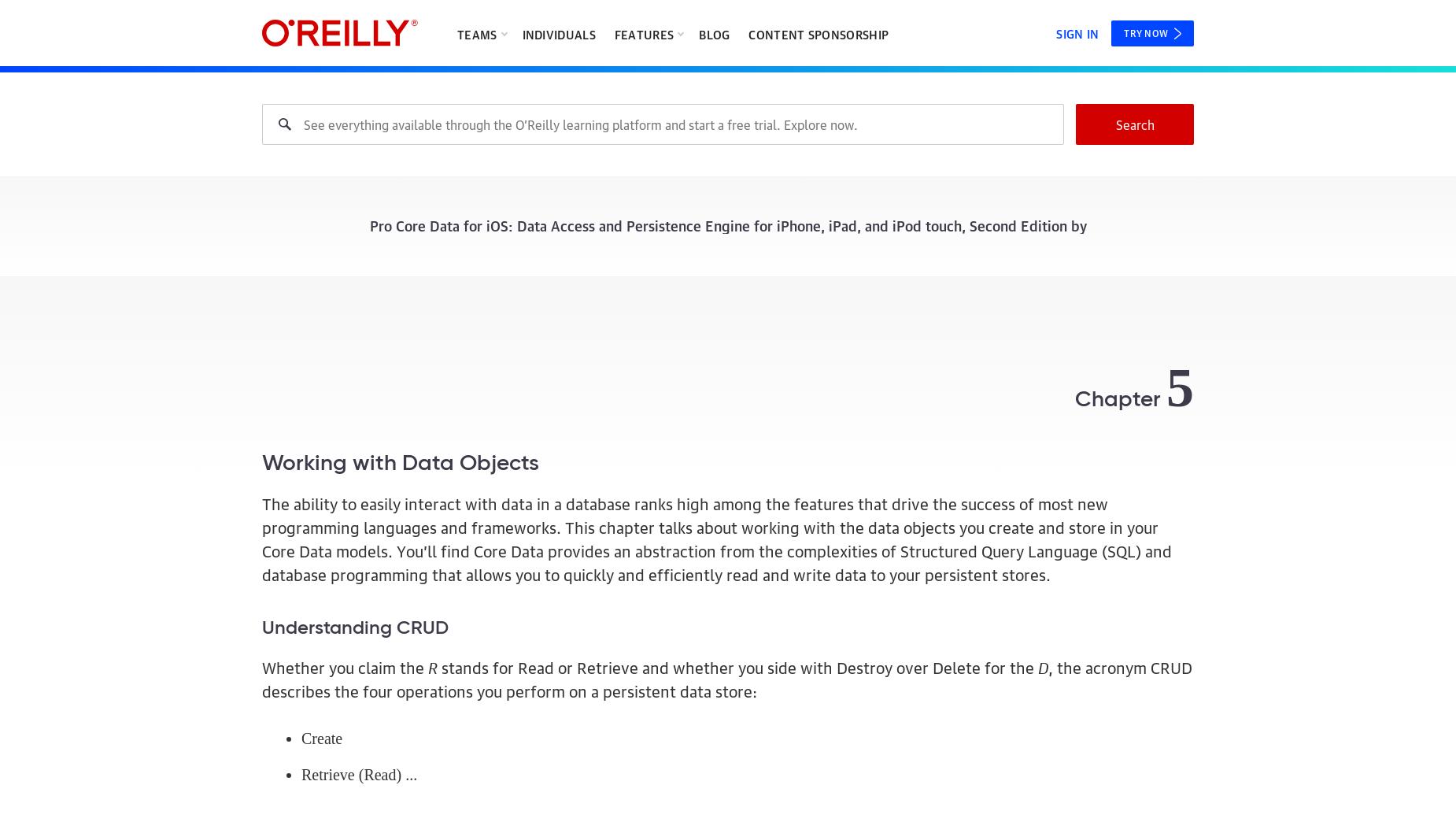 Image resolution: width=1456 pixels, height=833 pixels. I want to click on 'stands for Read or Retrieve and whether you side with Destroy over Delete for the', so click(437, 665).